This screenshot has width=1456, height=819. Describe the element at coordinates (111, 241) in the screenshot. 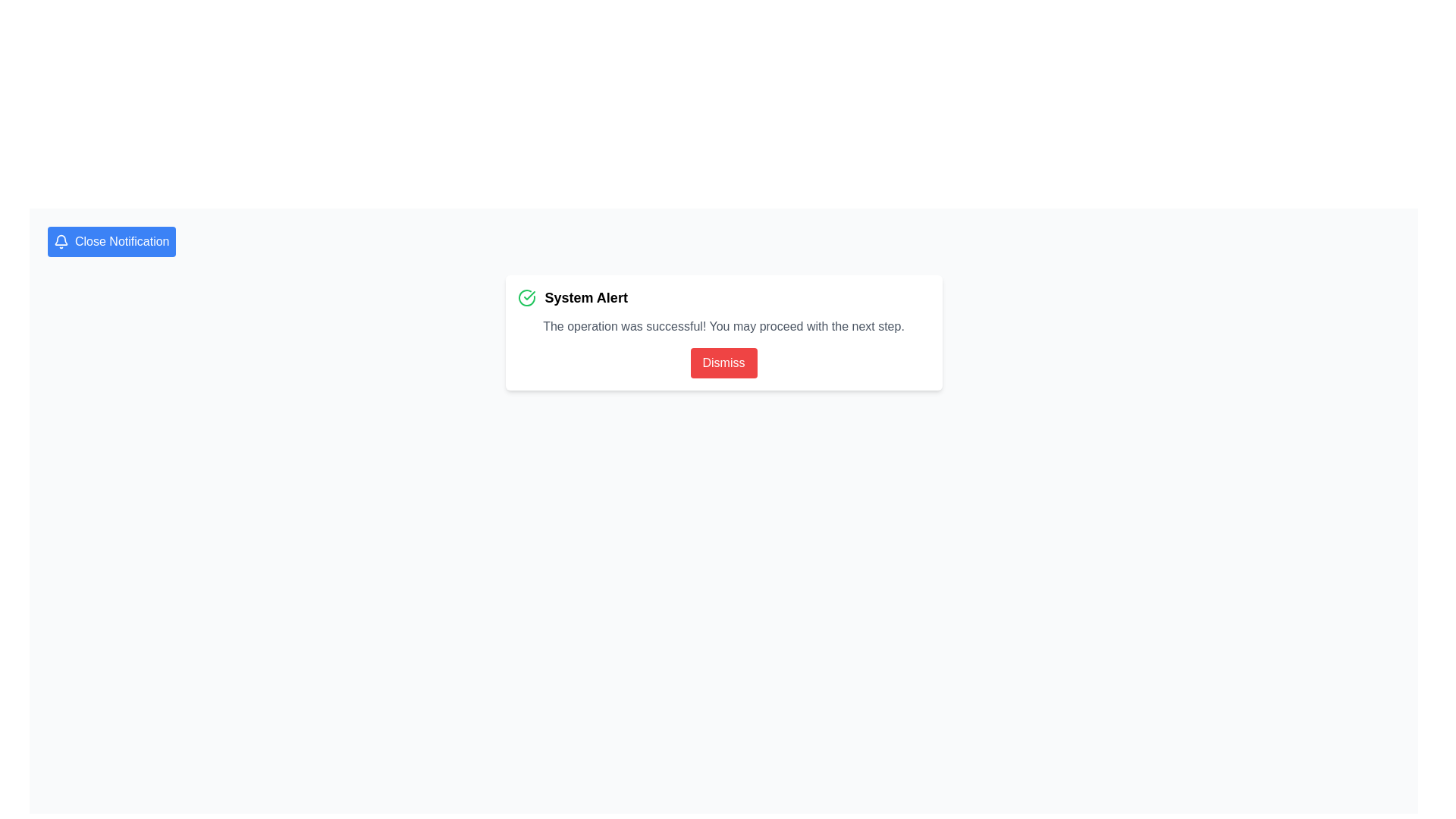

I see `the blue rectangular button labeled 'Close Notification' to trigger its hover effects` at that location.